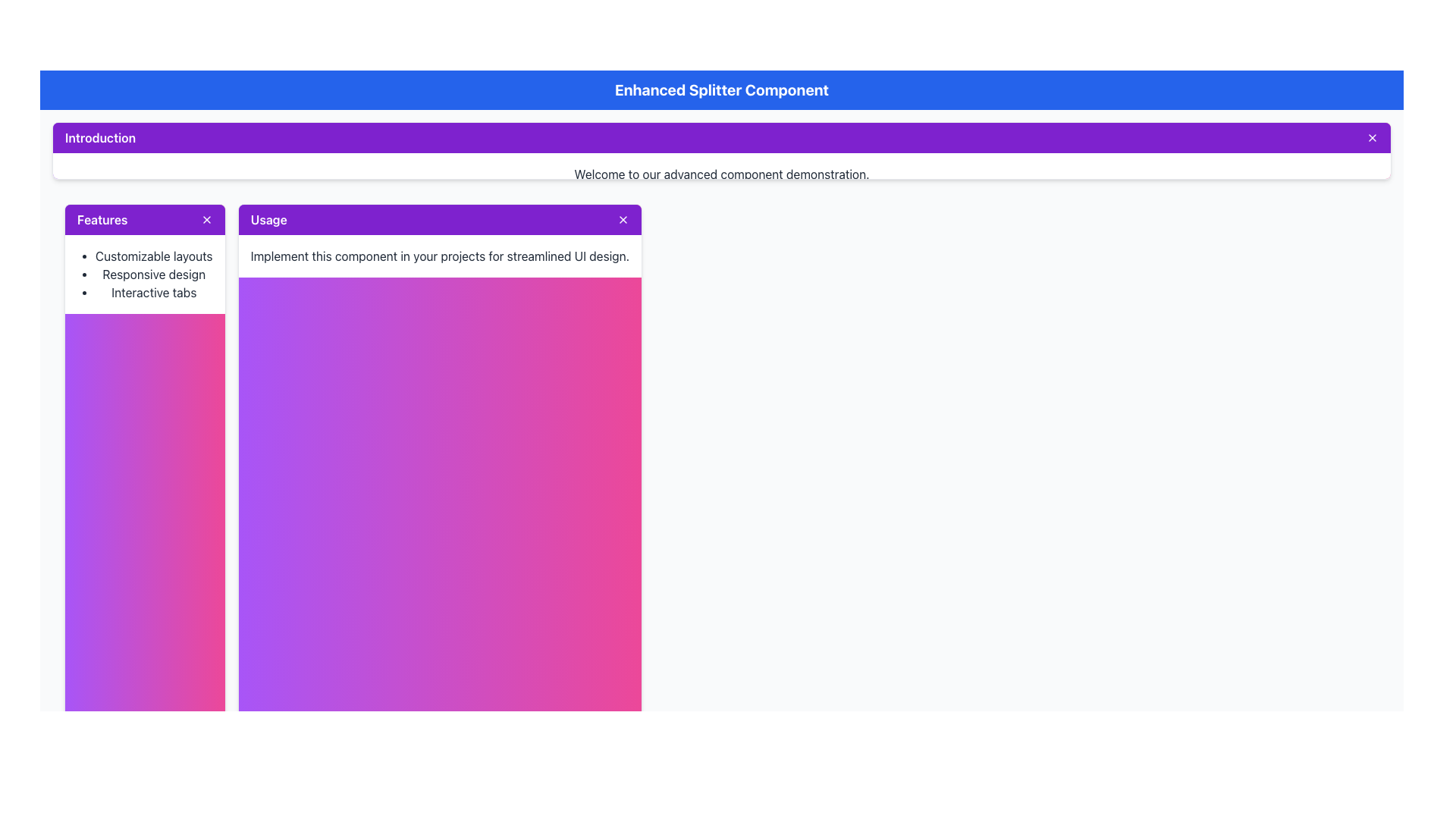  What do you see at coordinates (720, 174) in the screenshot?
I see `introductory text displayed in the central section beneath the 'Introduction' header, which is styled with a gradient background from purple to pink` at bounding box center [720, 174].